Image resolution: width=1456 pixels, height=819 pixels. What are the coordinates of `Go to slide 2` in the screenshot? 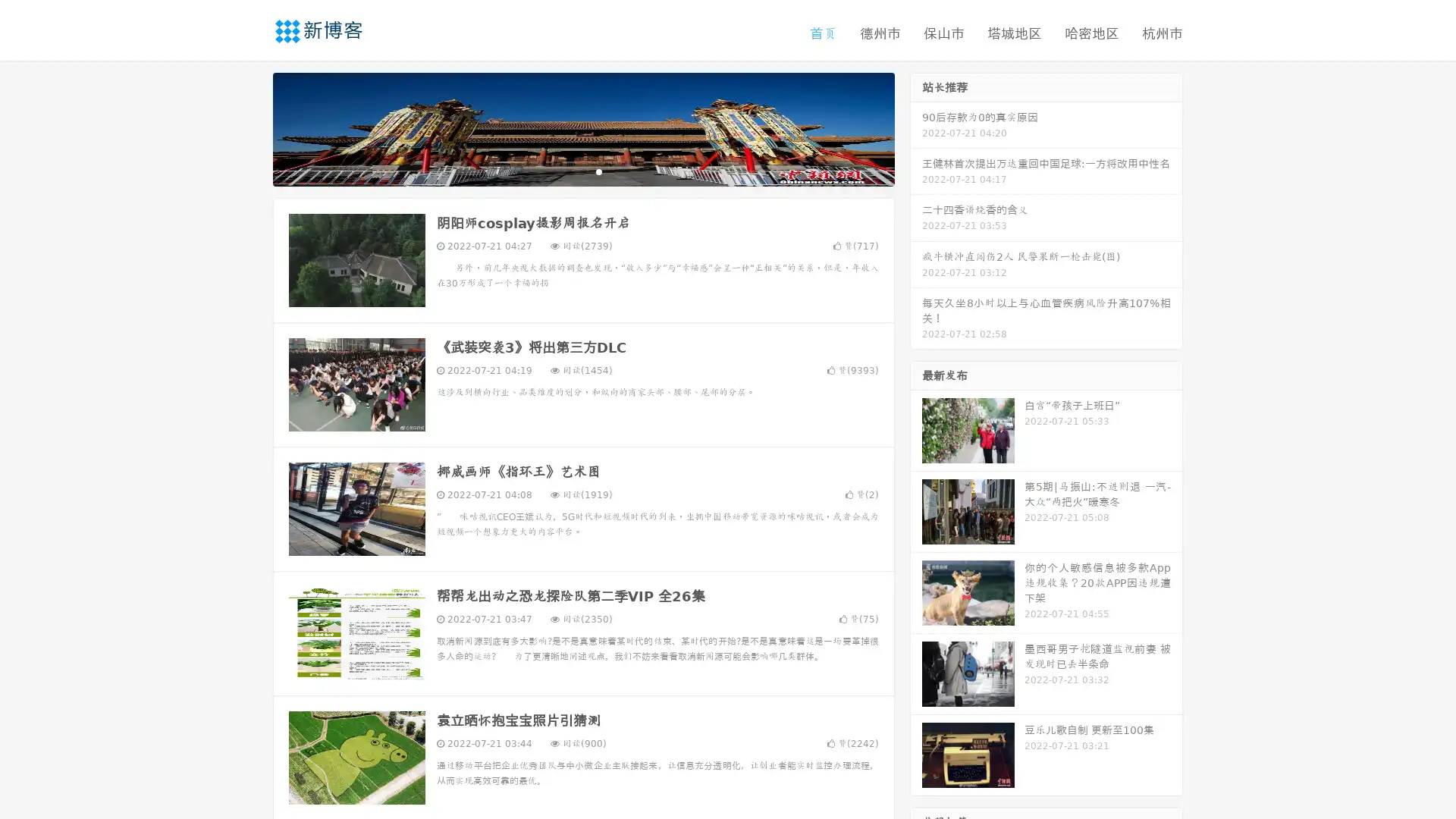 It's located at (582, 171).